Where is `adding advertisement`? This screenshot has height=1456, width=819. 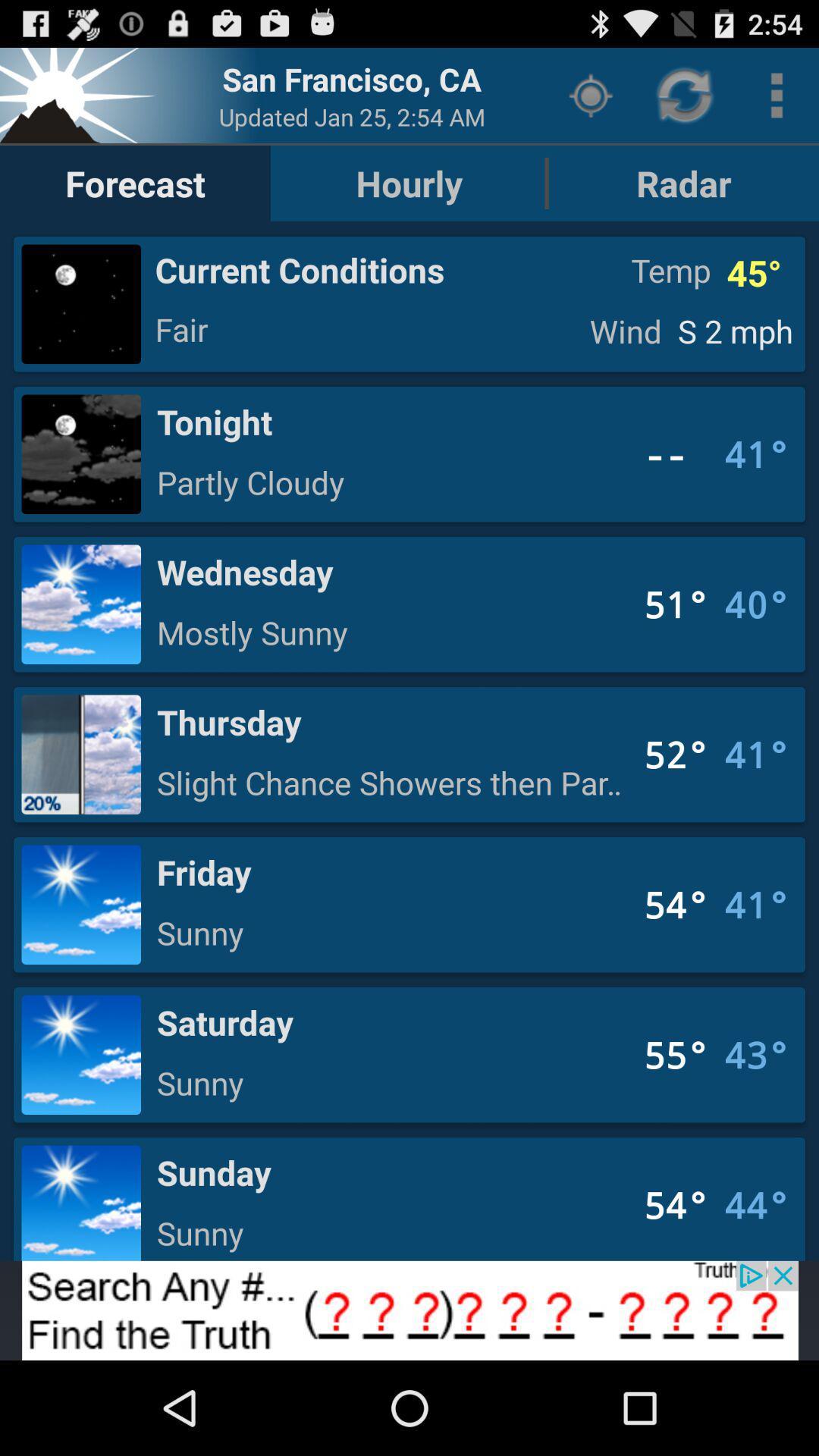
adding advertisement is located at coordinates (409, 1310).